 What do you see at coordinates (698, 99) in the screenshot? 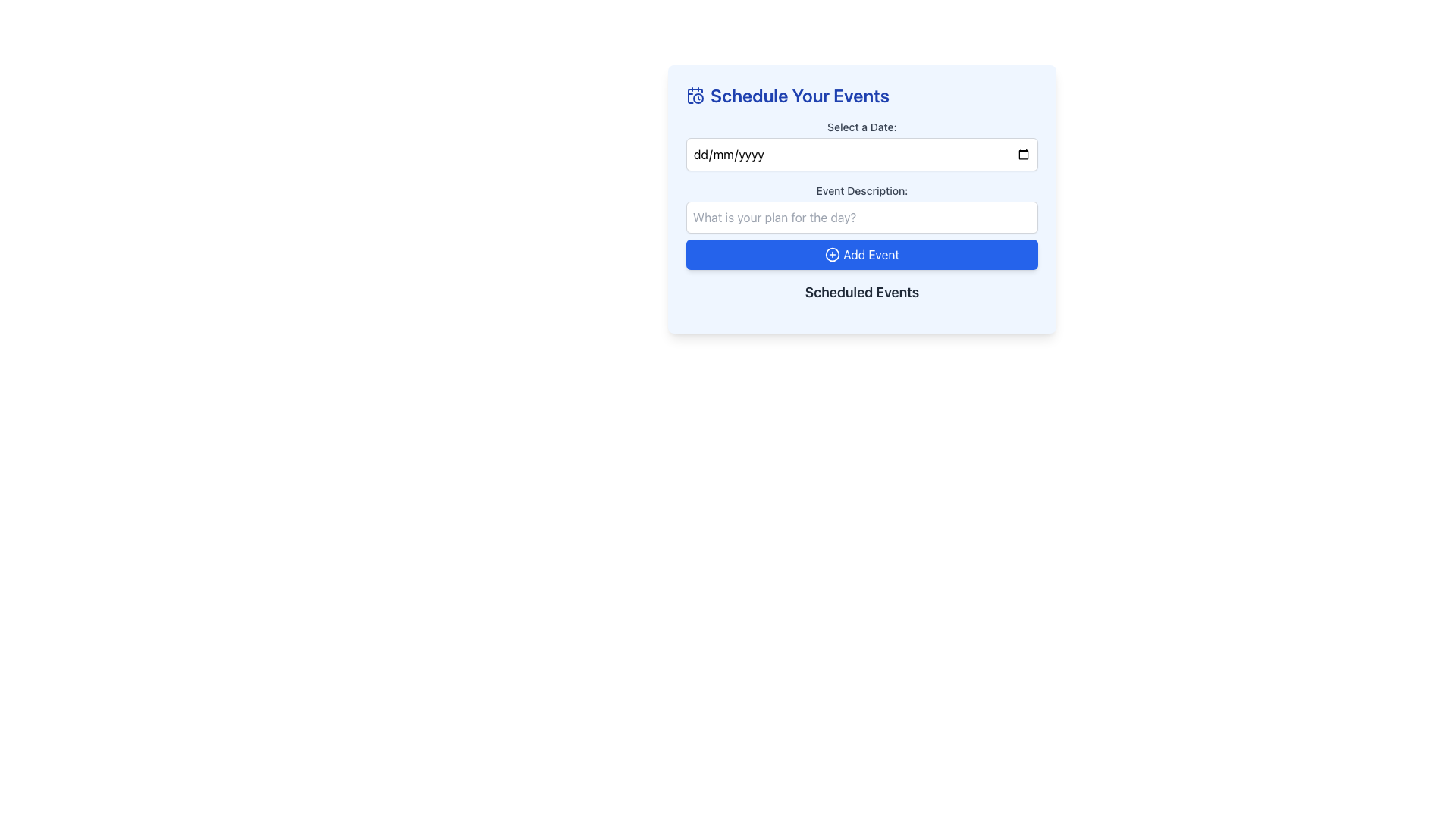
I see `the small circular SVG Circle representing a clock face within the calendar icon located to the left of the header text 'Schedule Your Events'` at bounding box center [698, 99].